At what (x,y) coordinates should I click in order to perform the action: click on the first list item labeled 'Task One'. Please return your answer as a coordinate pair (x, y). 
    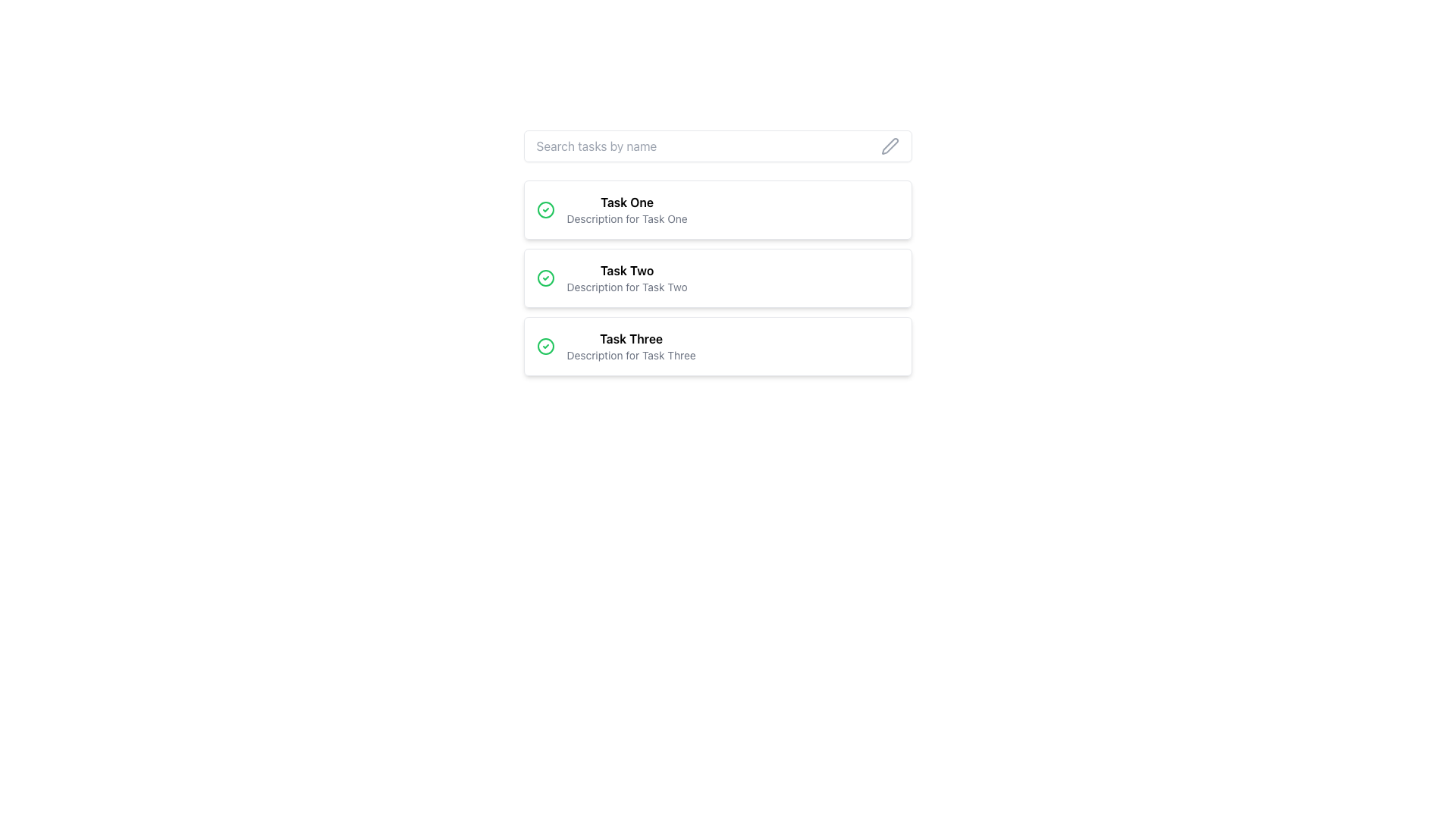
    Looking at the image, I should click on (717, 210).